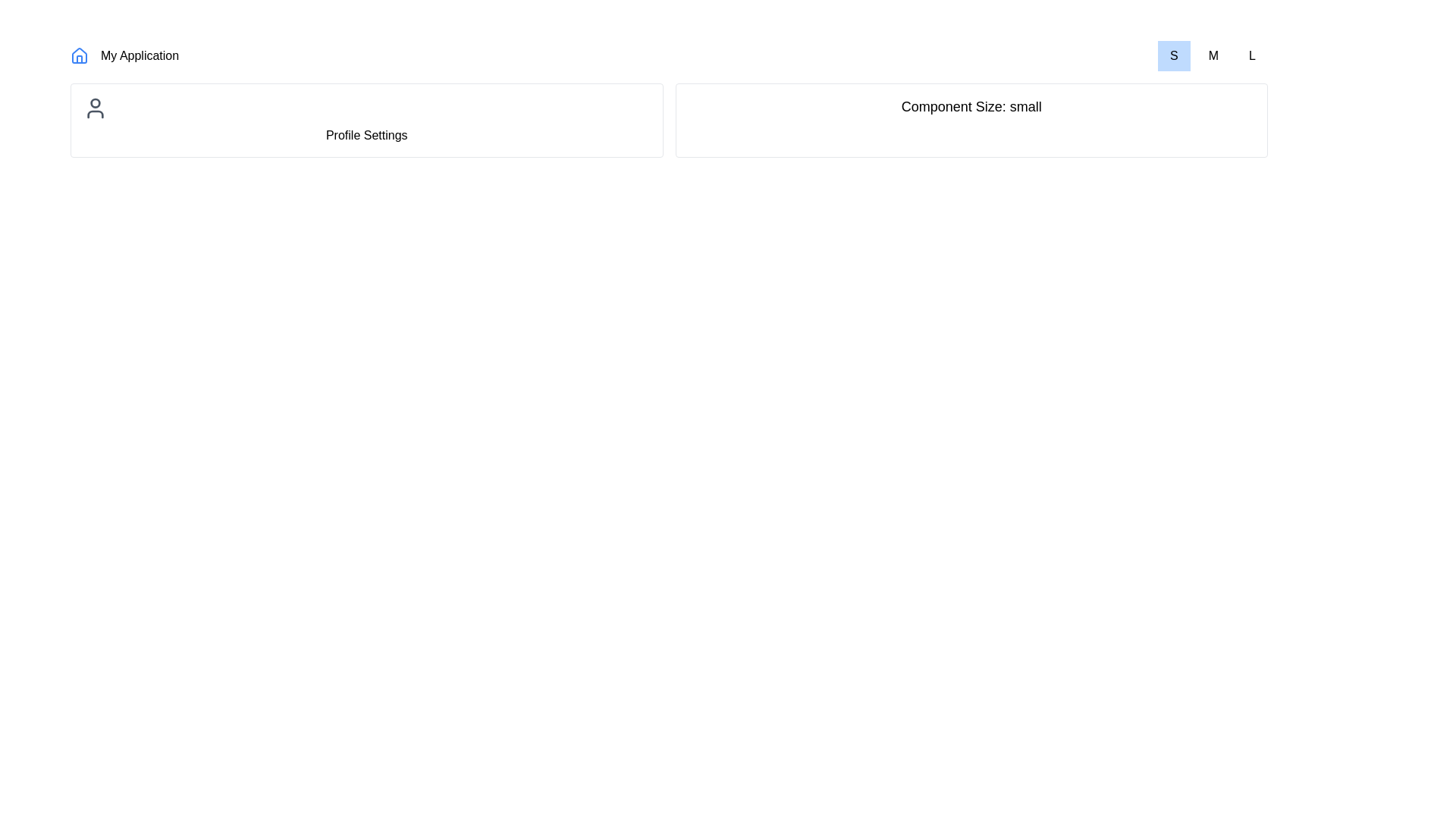 The image size is (1456, 819). What do you see at coordinates (94, 102) in the screenshot?
I see `the non-interactive visual Circle that forms the head of the user icon, located at the top-center part of the icon` at bounding box center [94, 102].